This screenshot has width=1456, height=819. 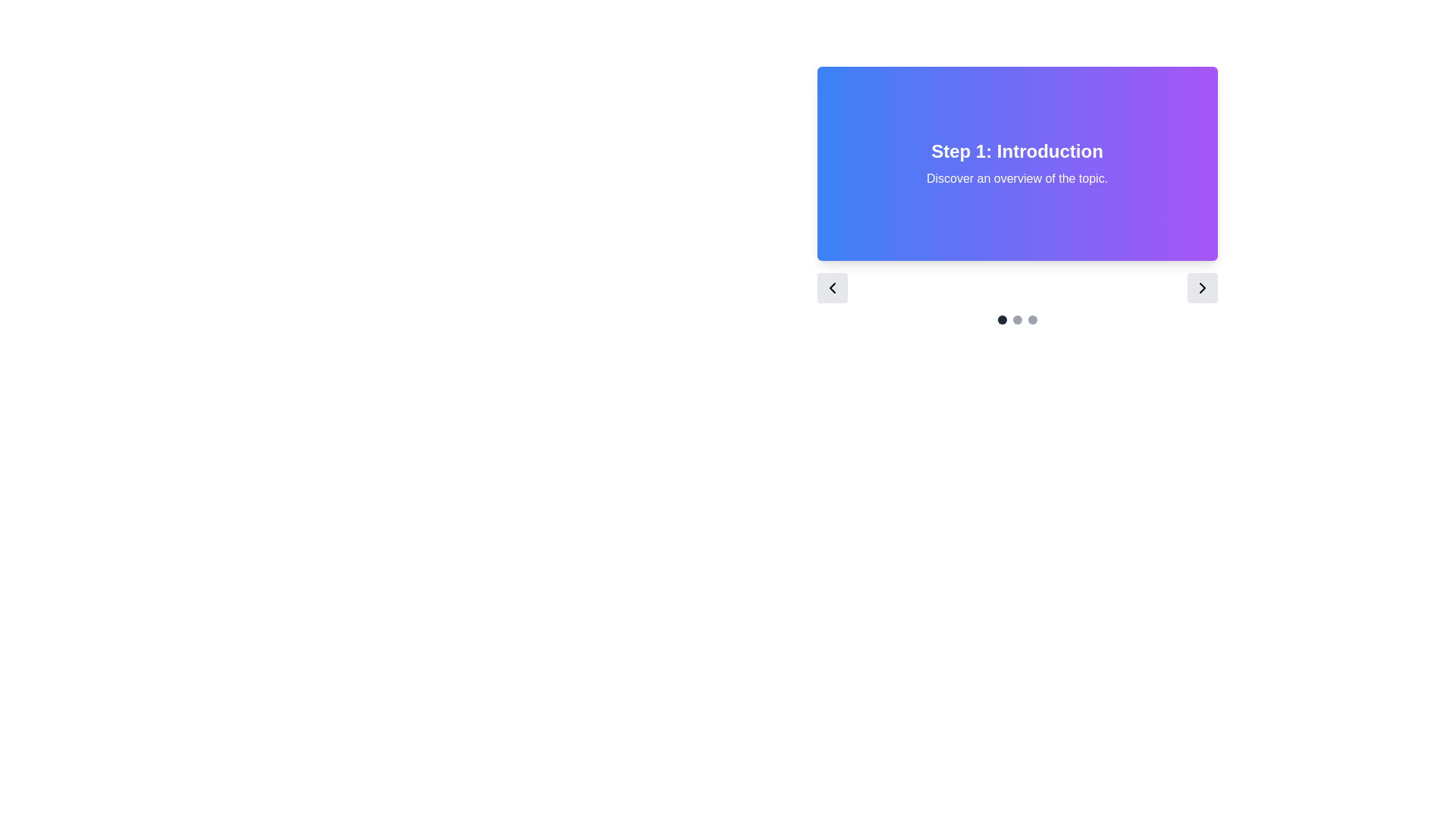 What do you see at coordinates (1017, 152) in the screenshot?
I see `the Text Label that serves as the header for the content presented in the card, indicating the first step in a sequence` at bounding box center [1017, 152].